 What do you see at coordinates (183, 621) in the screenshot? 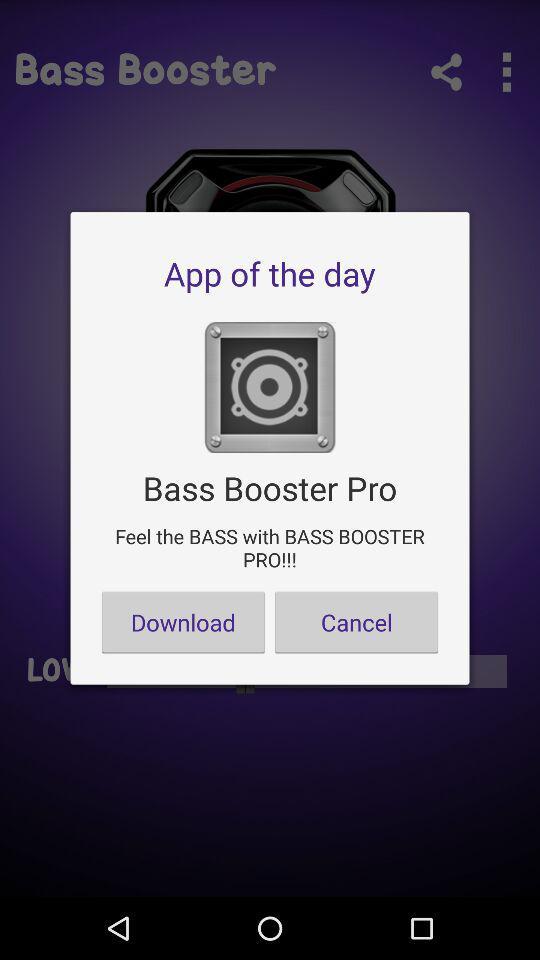
I see `the icon below feel the bass icon` at bounding box center [183, 621].